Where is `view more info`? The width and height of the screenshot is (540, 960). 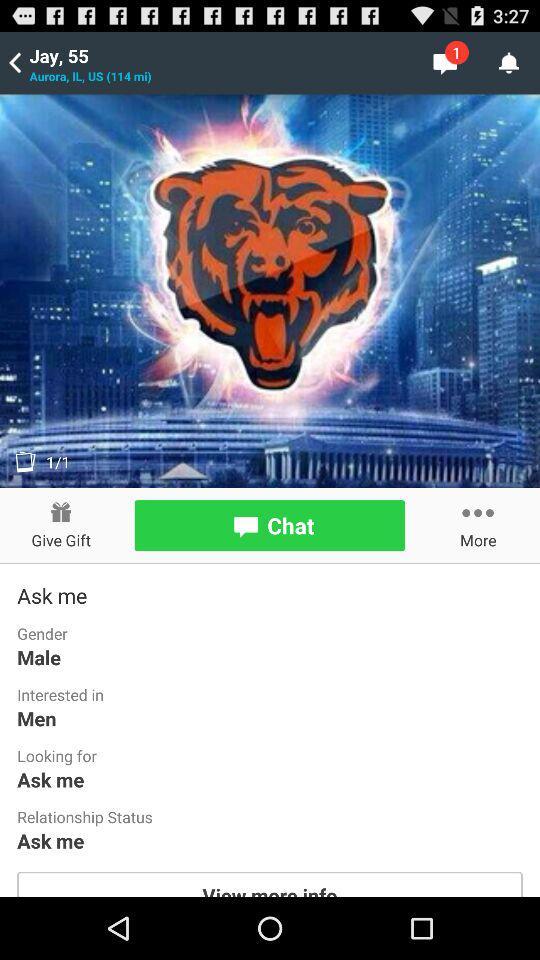
view more info is located at coordinates (270, 883).